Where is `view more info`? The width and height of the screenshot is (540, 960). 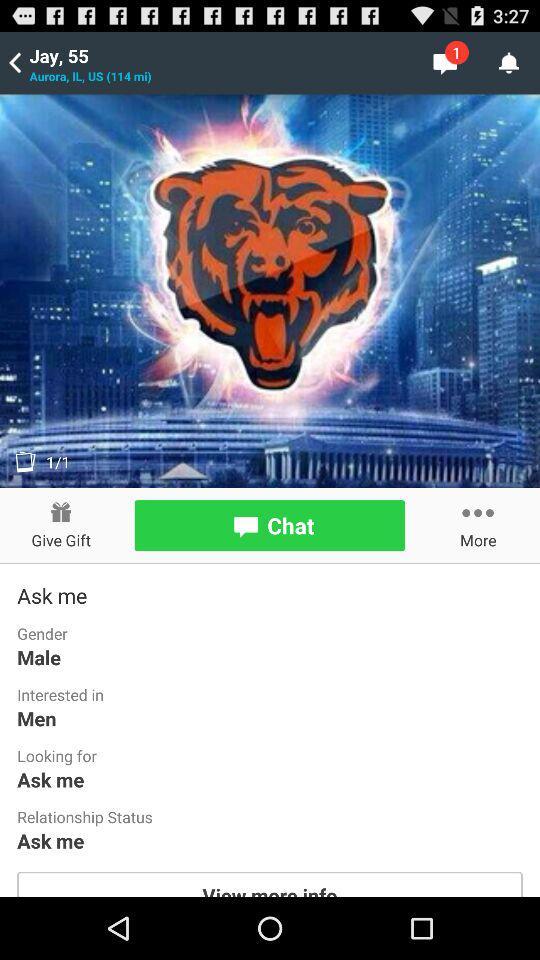
view more info is located at coordinates (270, 883).